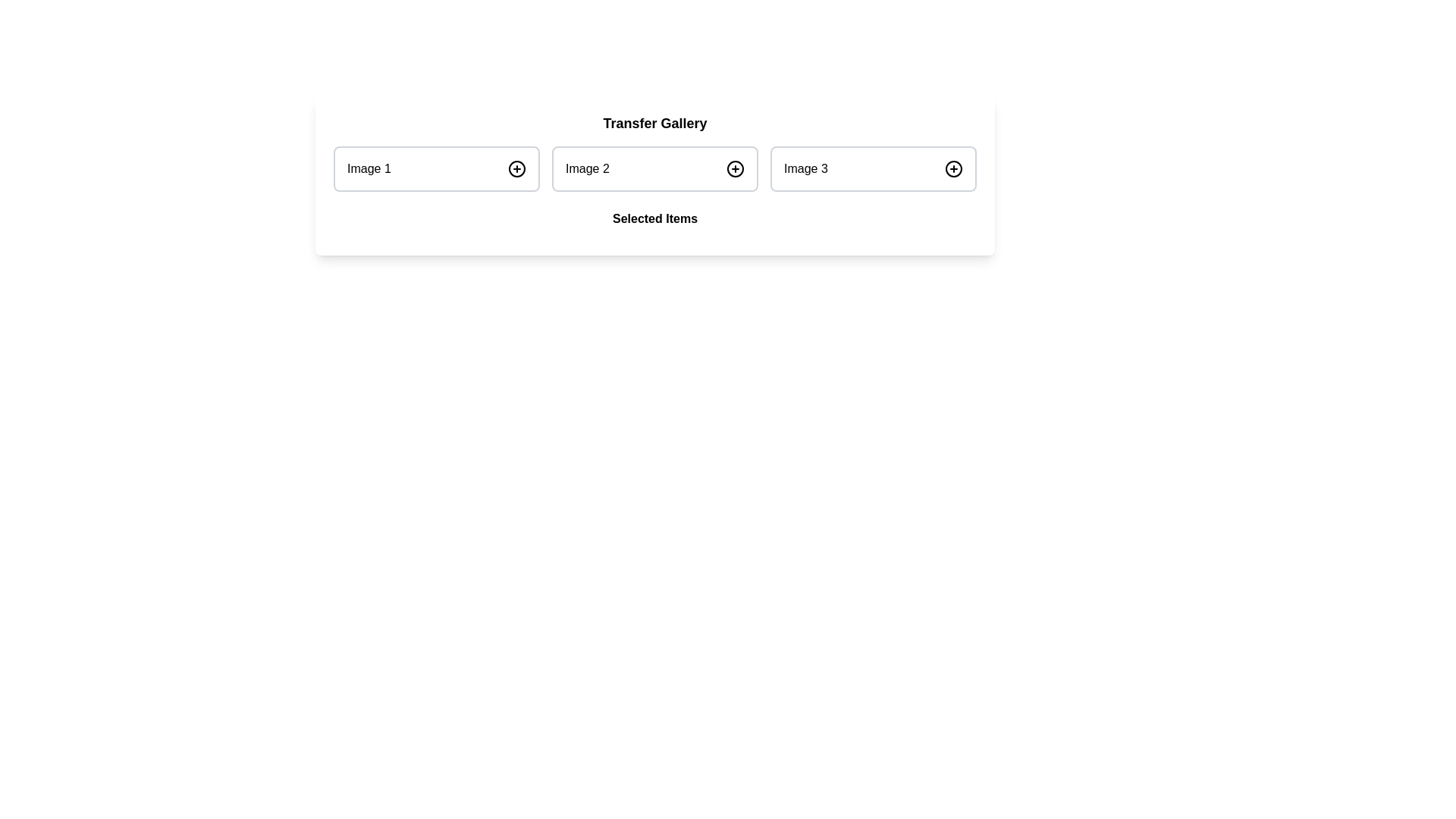 The image size is (1456, 819). What do you see at coordinates (735, 169) in the screenshot?
I see `the circular button with a plus sign inside, located to the right of 'Image 2'` at bounding box center [735, 169].